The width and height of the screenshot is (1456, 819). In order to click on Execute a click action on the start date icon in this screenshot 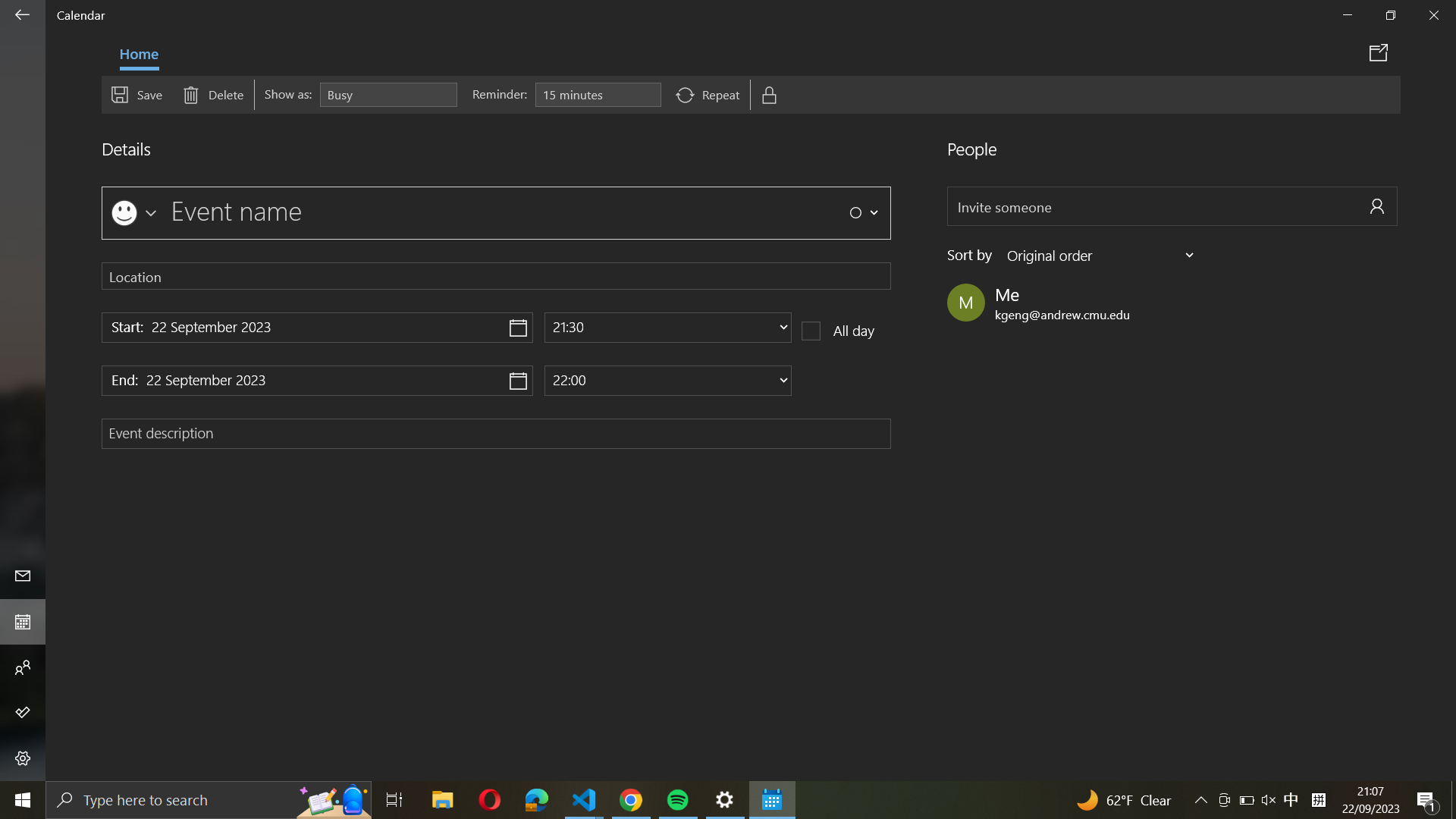, I will do `click(316, 327)`.